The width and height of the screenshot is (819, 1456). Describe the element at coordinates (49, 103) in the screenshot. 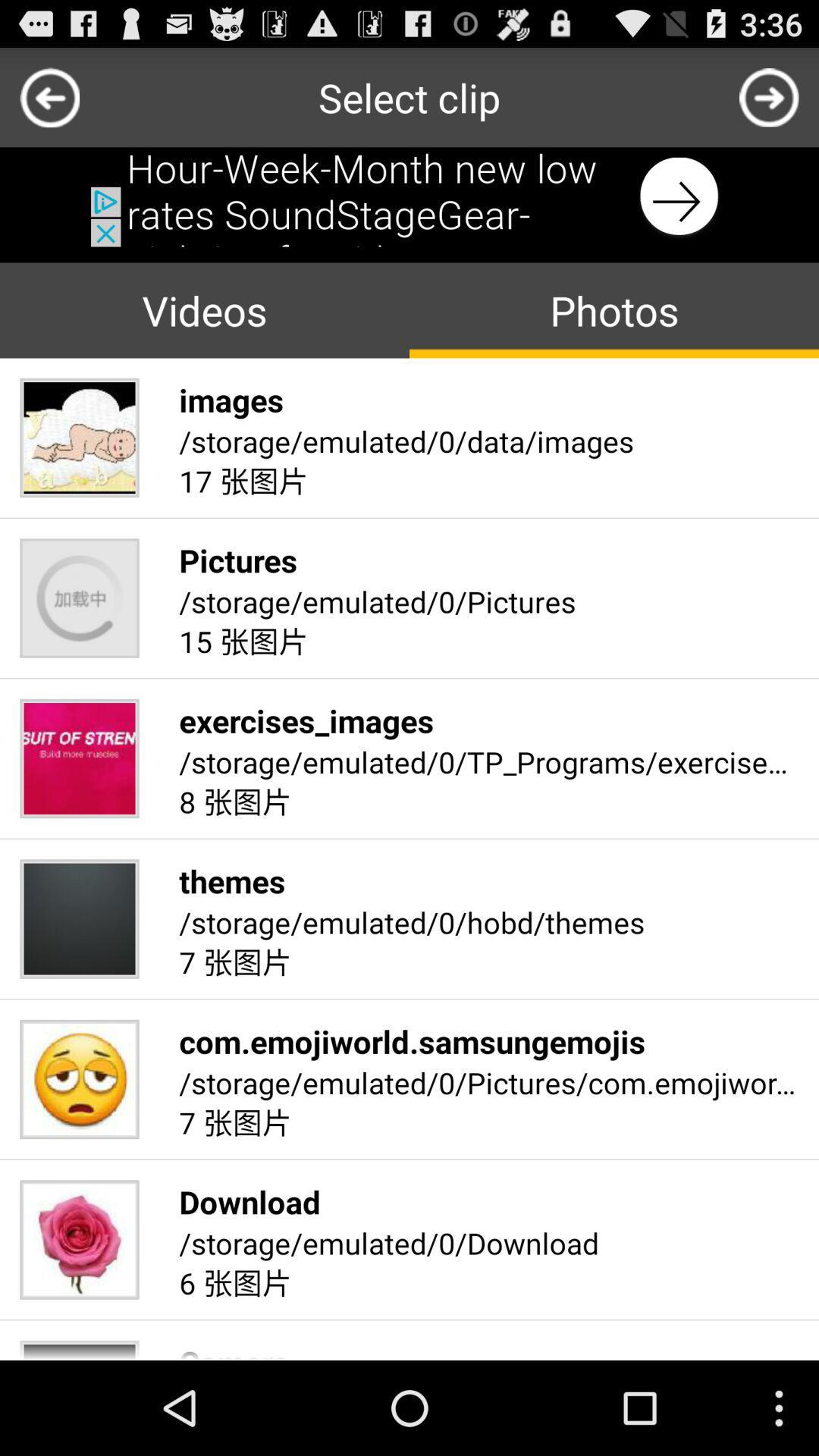

I see `the arrow_backward icon` at that location.